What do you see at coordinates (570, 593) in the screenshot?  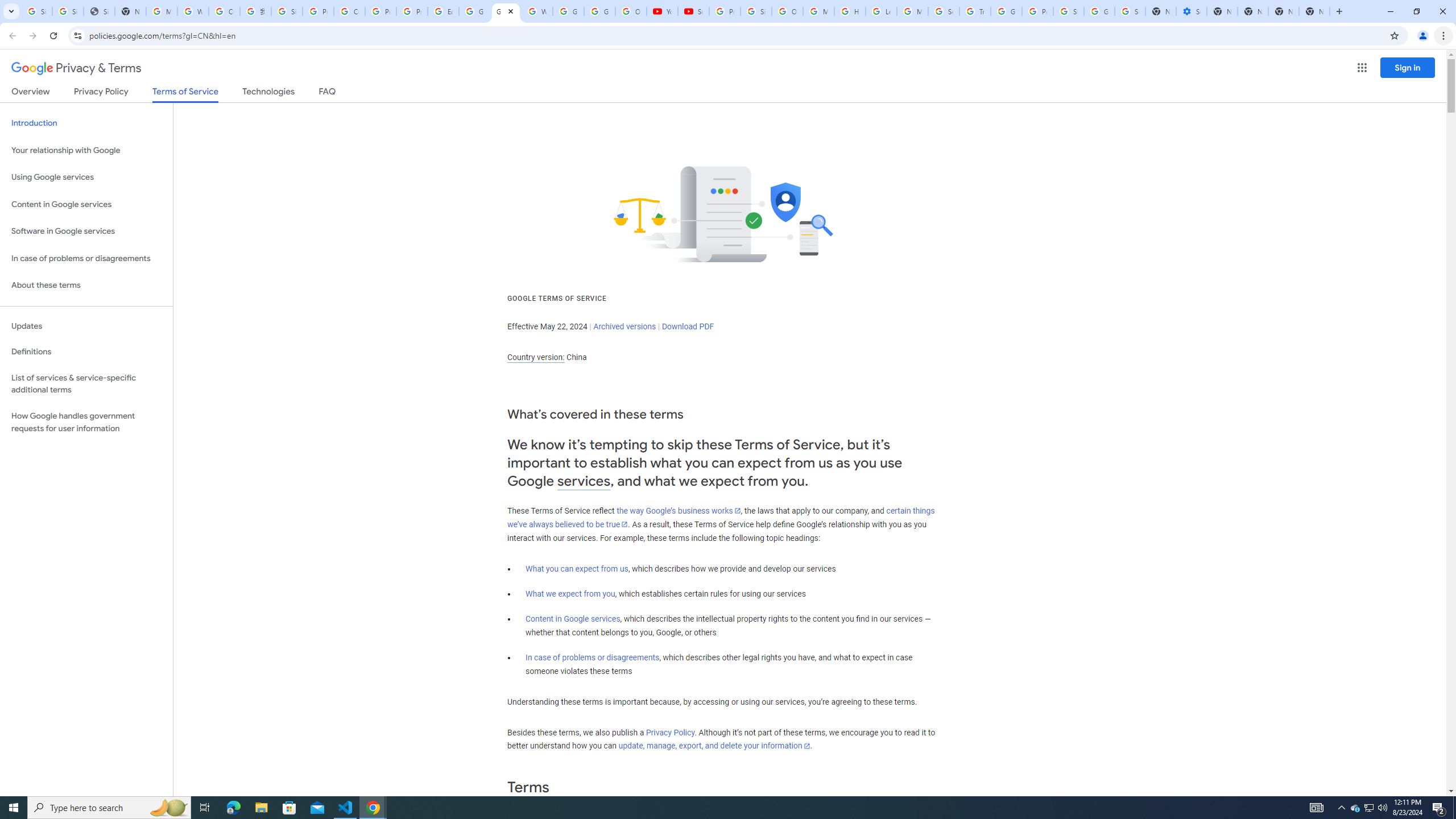 I see `'What we expect from you'` at bounding box center [570, 593].